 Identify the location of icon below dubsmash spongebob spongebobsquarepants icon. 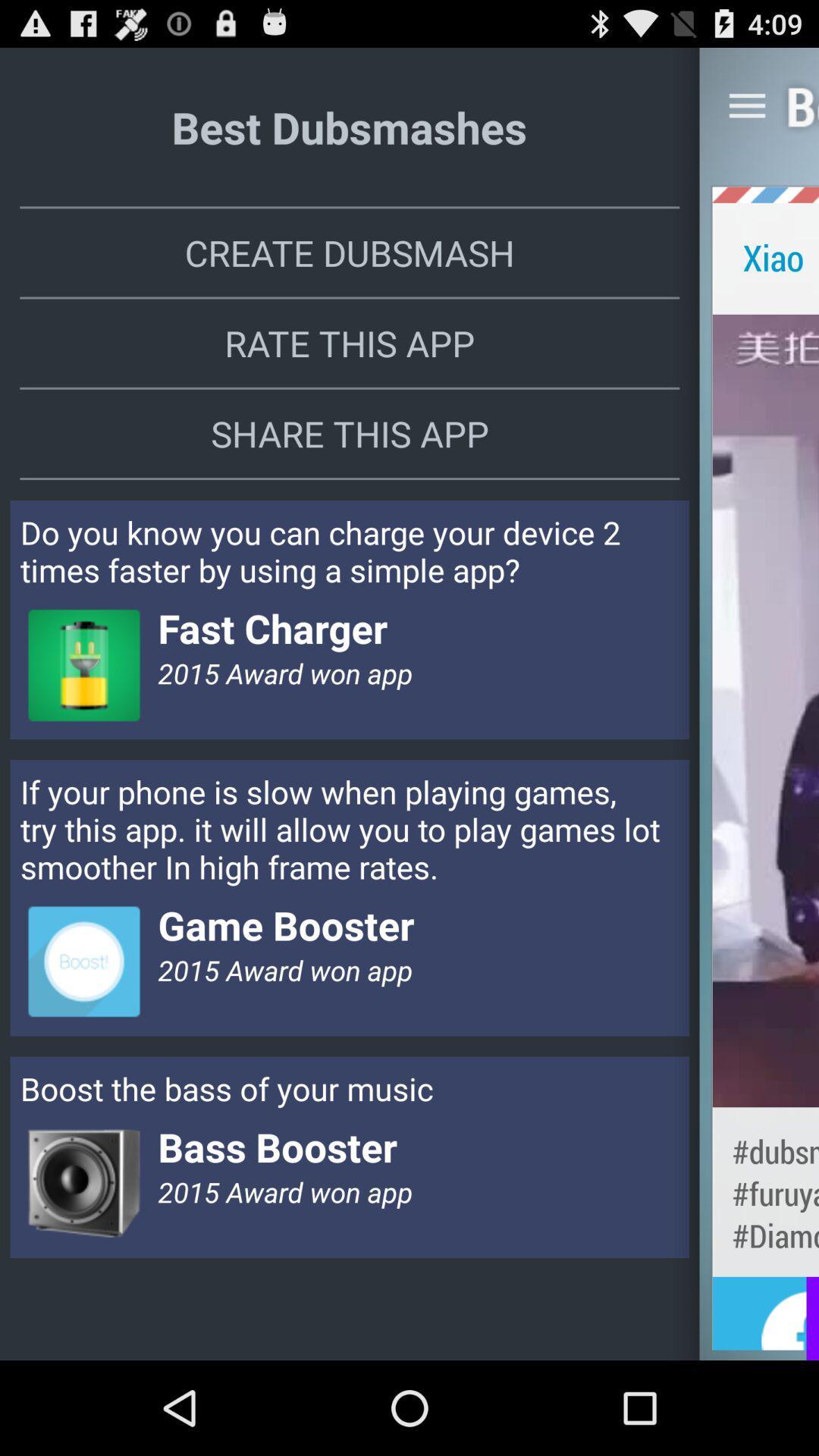
(765, 1319).